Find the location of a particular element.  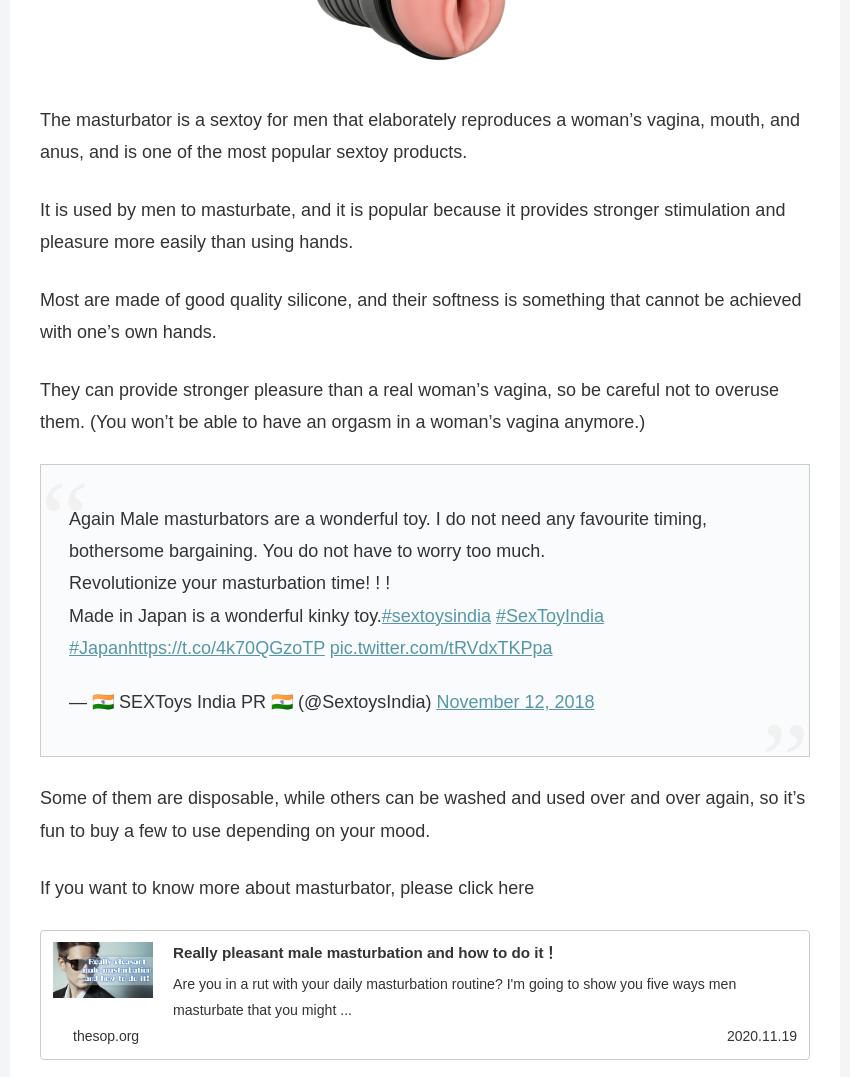

'Really pleasant male masturbation and how to do it！' is located at coordinates (364, 951).